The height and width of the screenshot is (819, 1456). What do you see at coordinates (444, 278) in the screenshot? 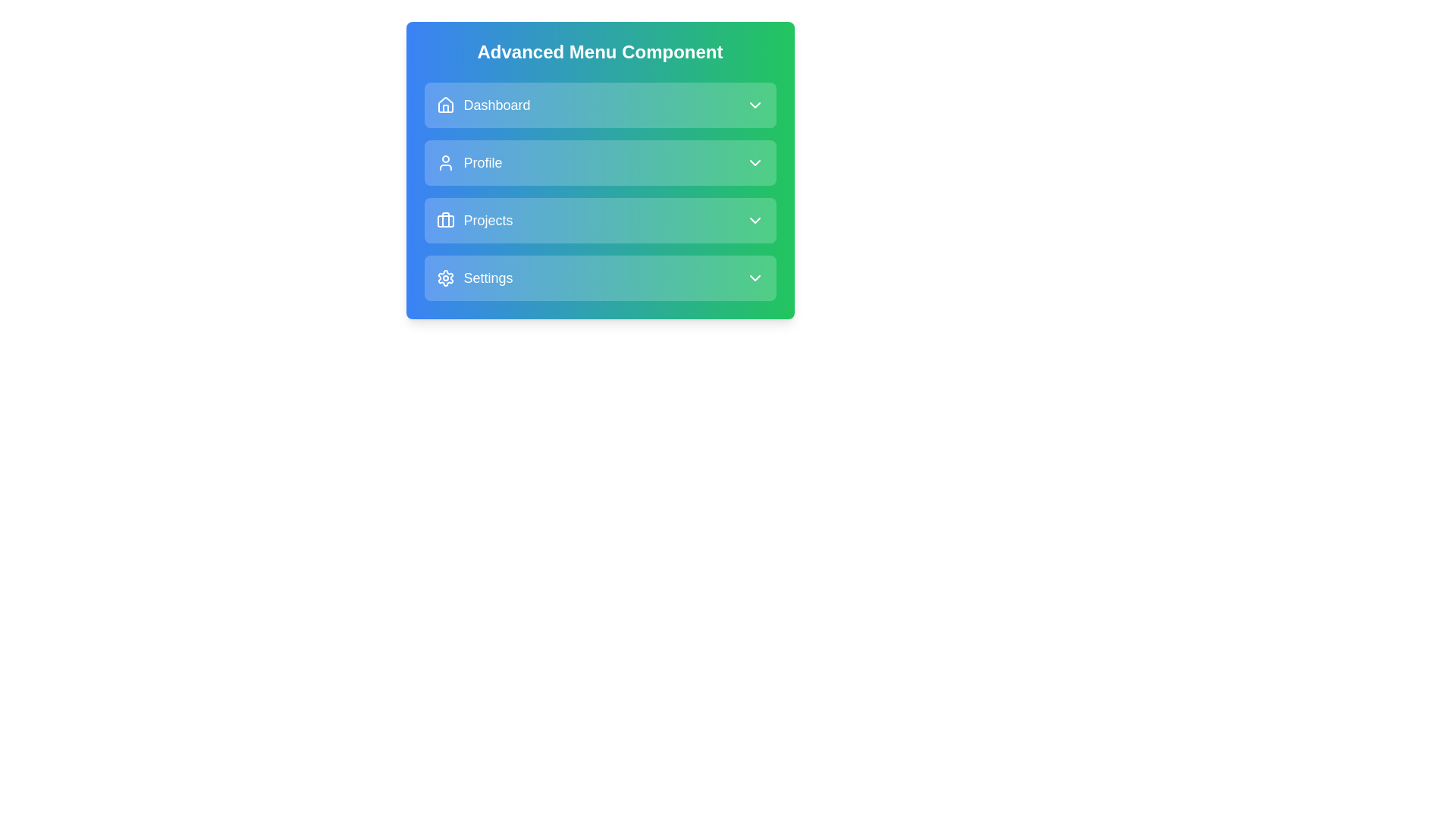
I see `the gear-shaped icon representing settings, located to the left of the 'Settings' menu item` at bounding box center [444, 278].